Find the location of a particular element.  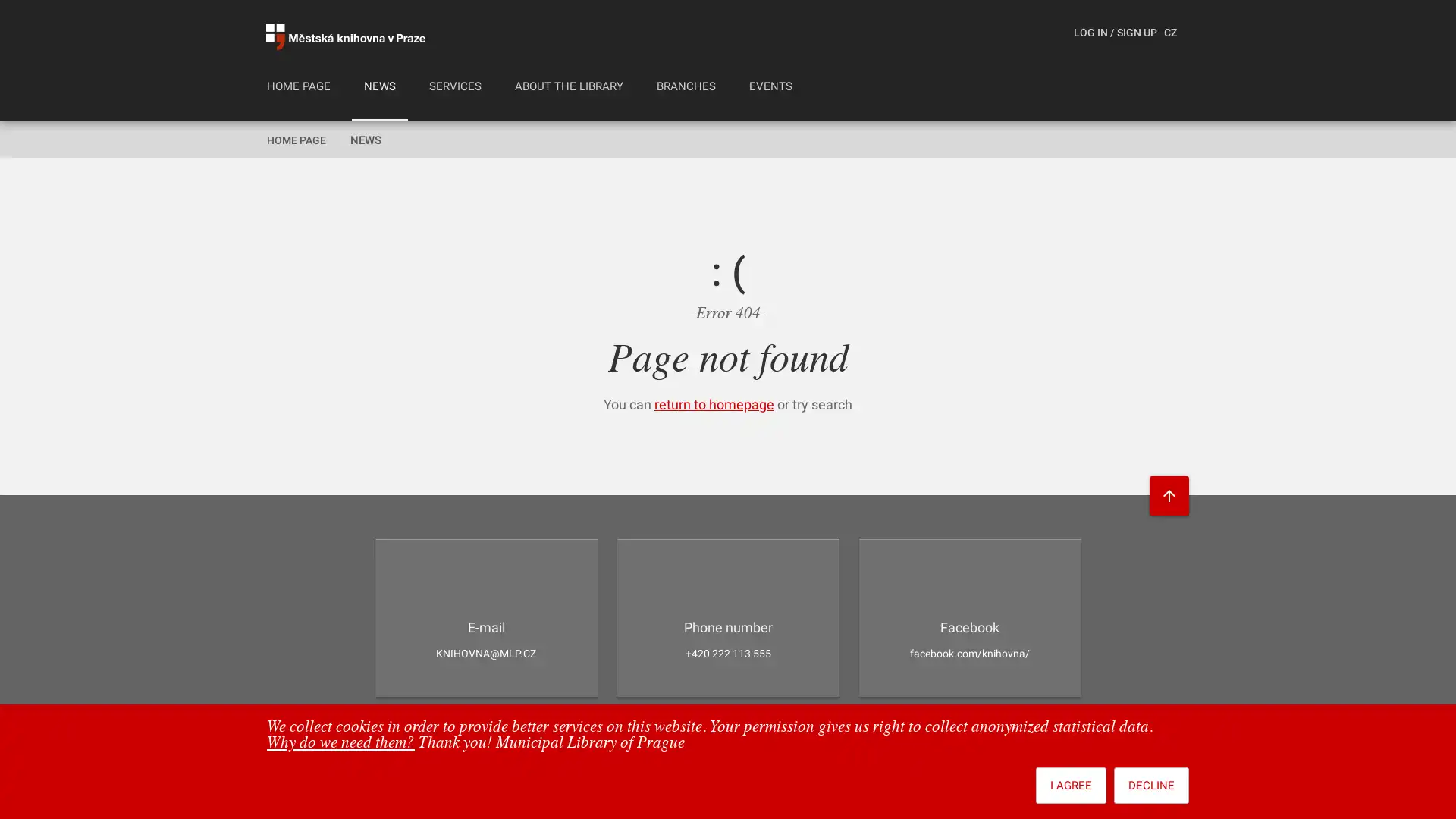

I AGREE is located at coordinates (1069, 785).